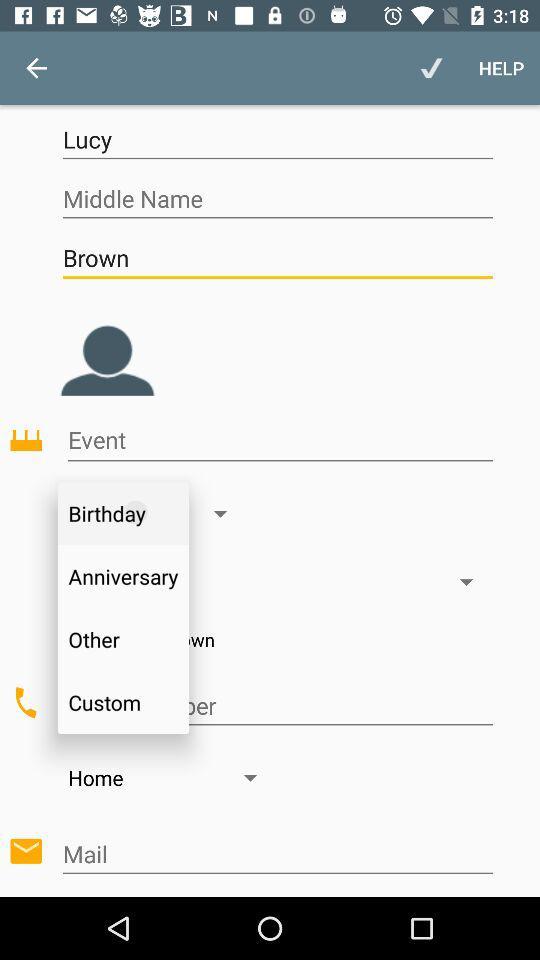  Describe the element at coordinates (107, 345) in the screenshot. I see `set profile picture option` at that location.